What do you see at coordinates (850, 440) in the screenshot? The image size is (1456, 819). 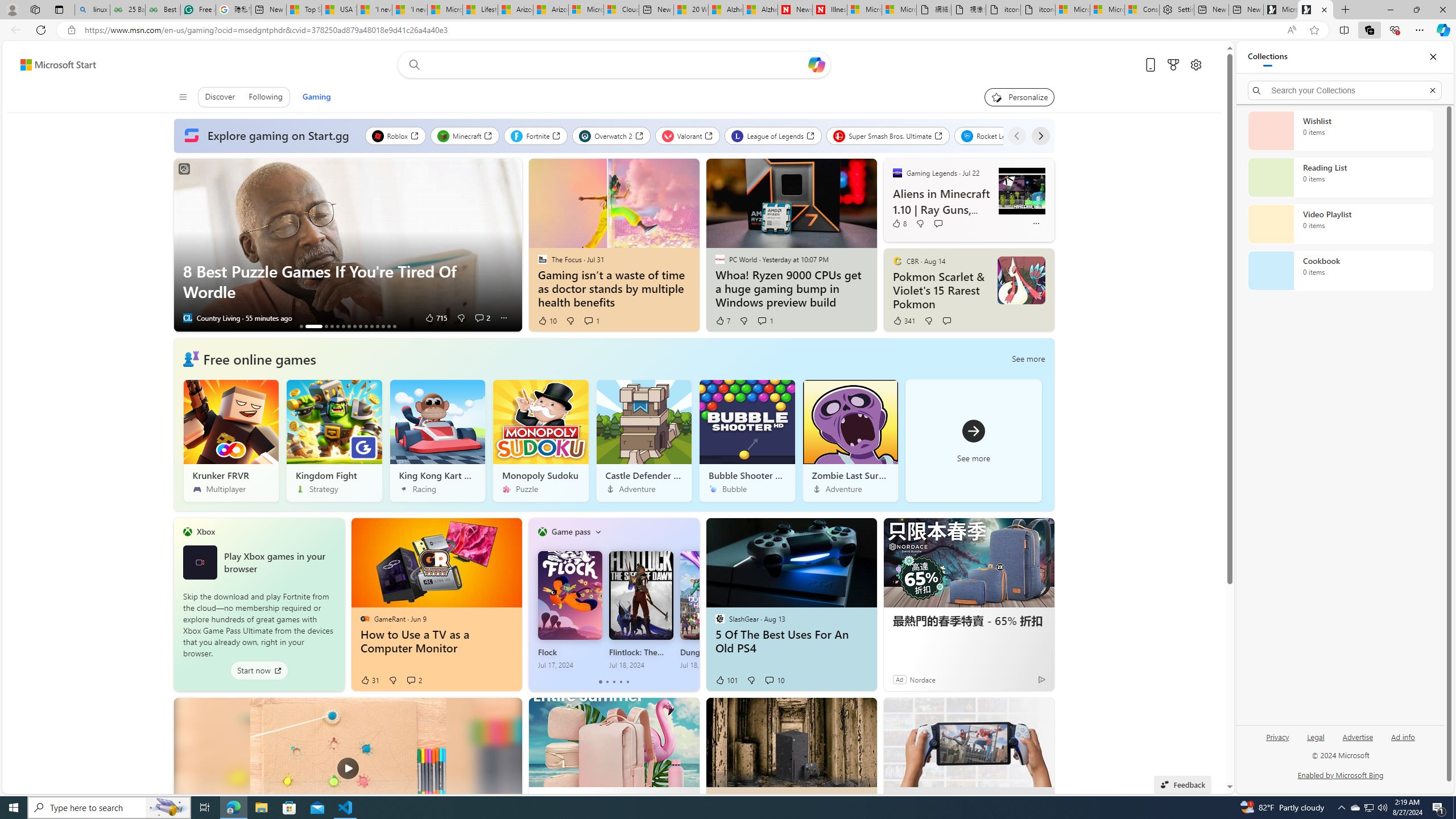 I see `'Zombie Last Survivor'` at bounding box center [850, 440].